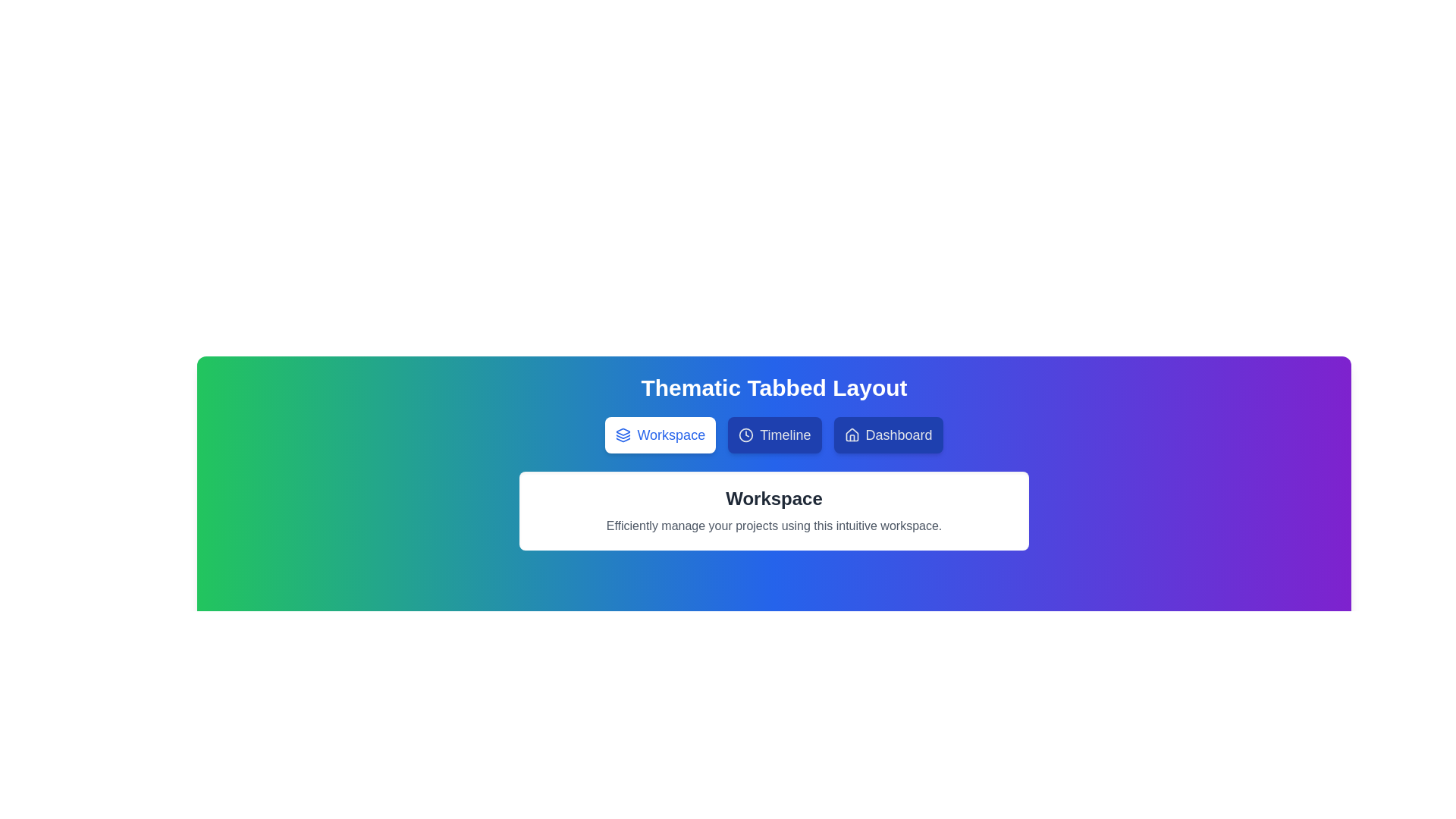  What do you see at coordinates (623, 435) in the screenshot?
I see `the blue stack icon located on the left side of the 'Workspace' button in the top navigation area` at bounding box center [623, 435].